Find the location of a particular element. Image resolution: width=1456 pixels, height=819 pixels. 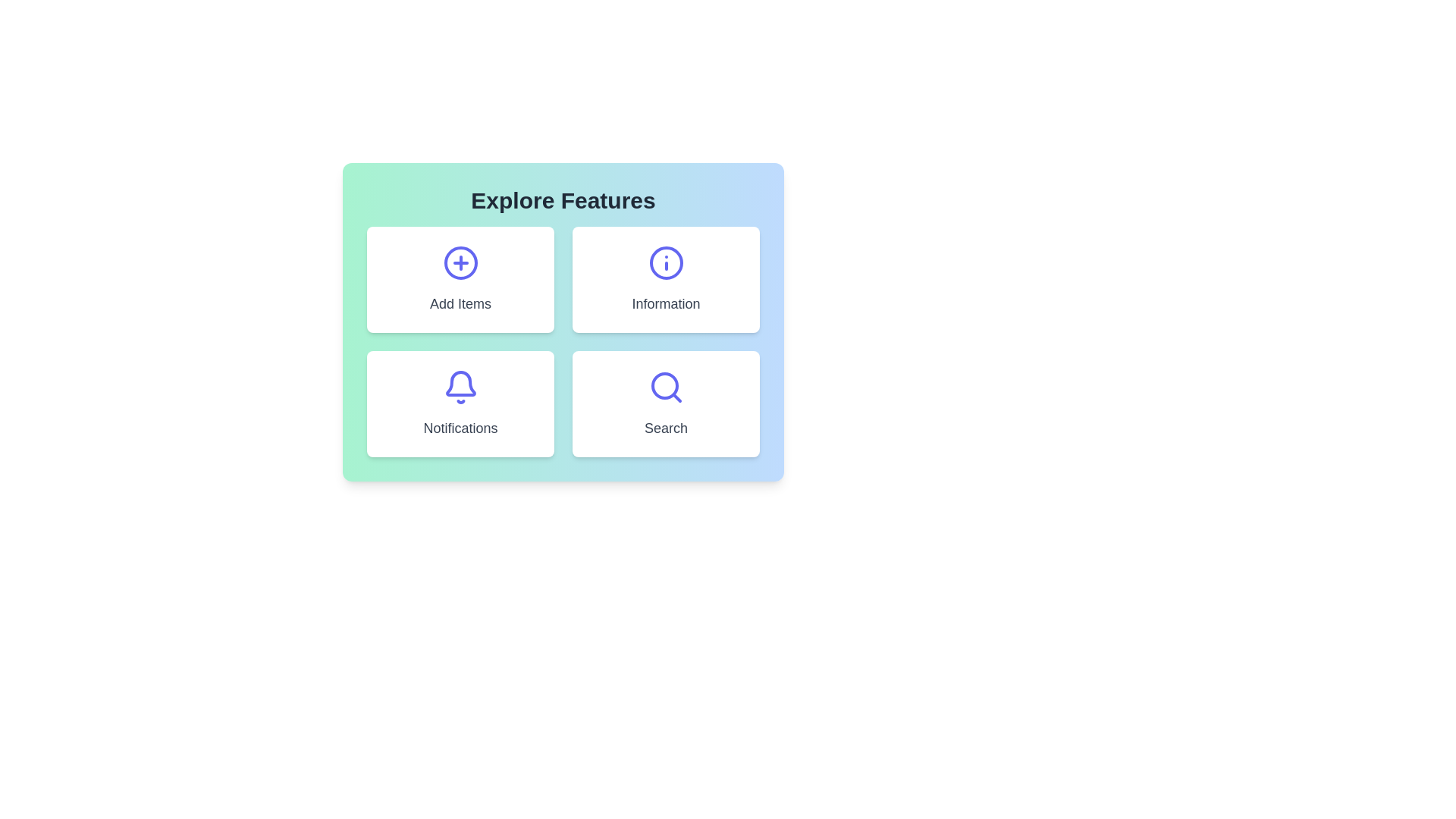

the navigational card in the top-right corner of the grid layout is located at coordinates (666, 280).